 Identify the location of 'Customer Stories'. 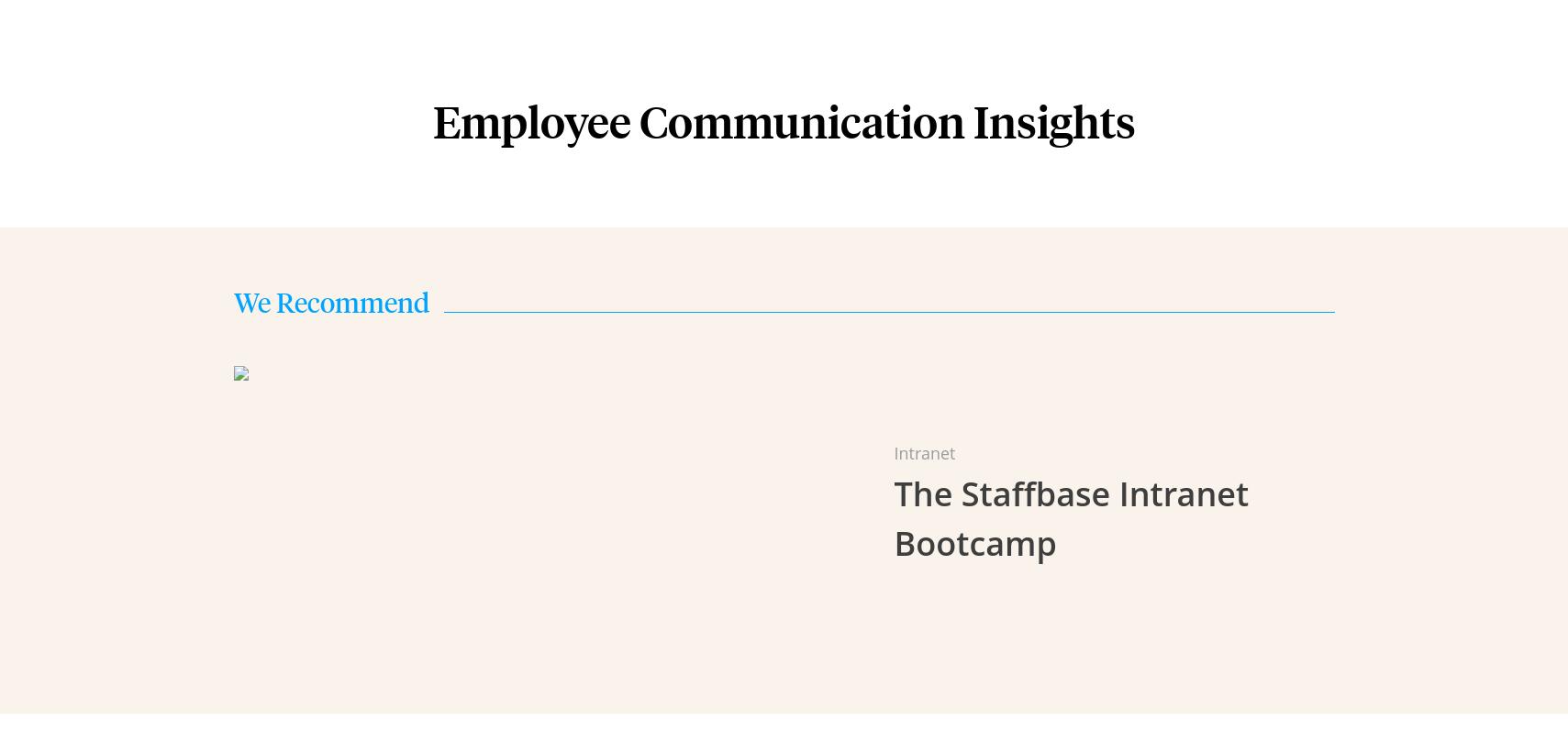
(557, 232).